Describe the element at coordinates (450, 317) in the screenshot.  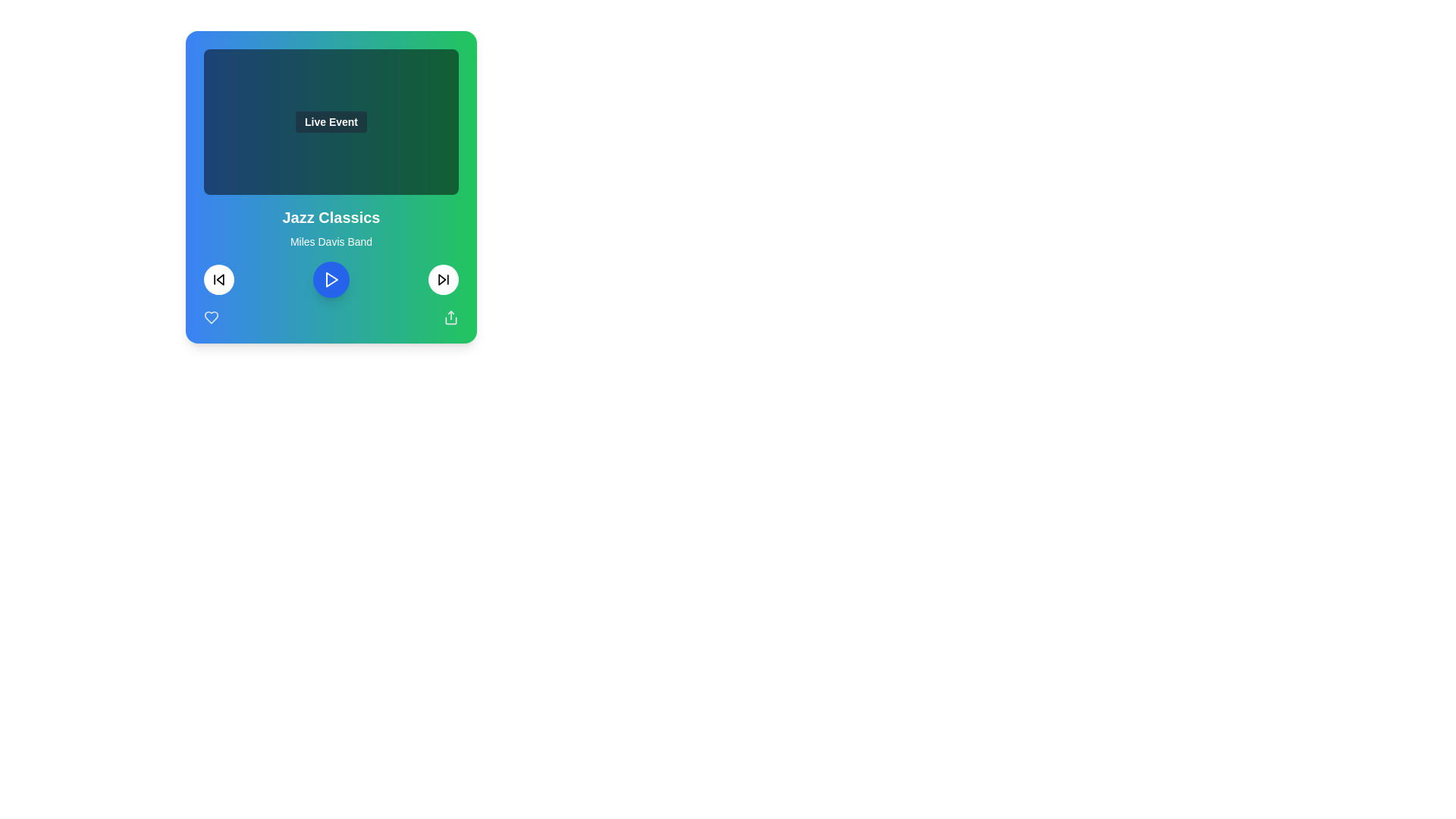
I see `the share action icon located at the bottom-right corner of the playback controls section to initiate a sharing action` at that location.